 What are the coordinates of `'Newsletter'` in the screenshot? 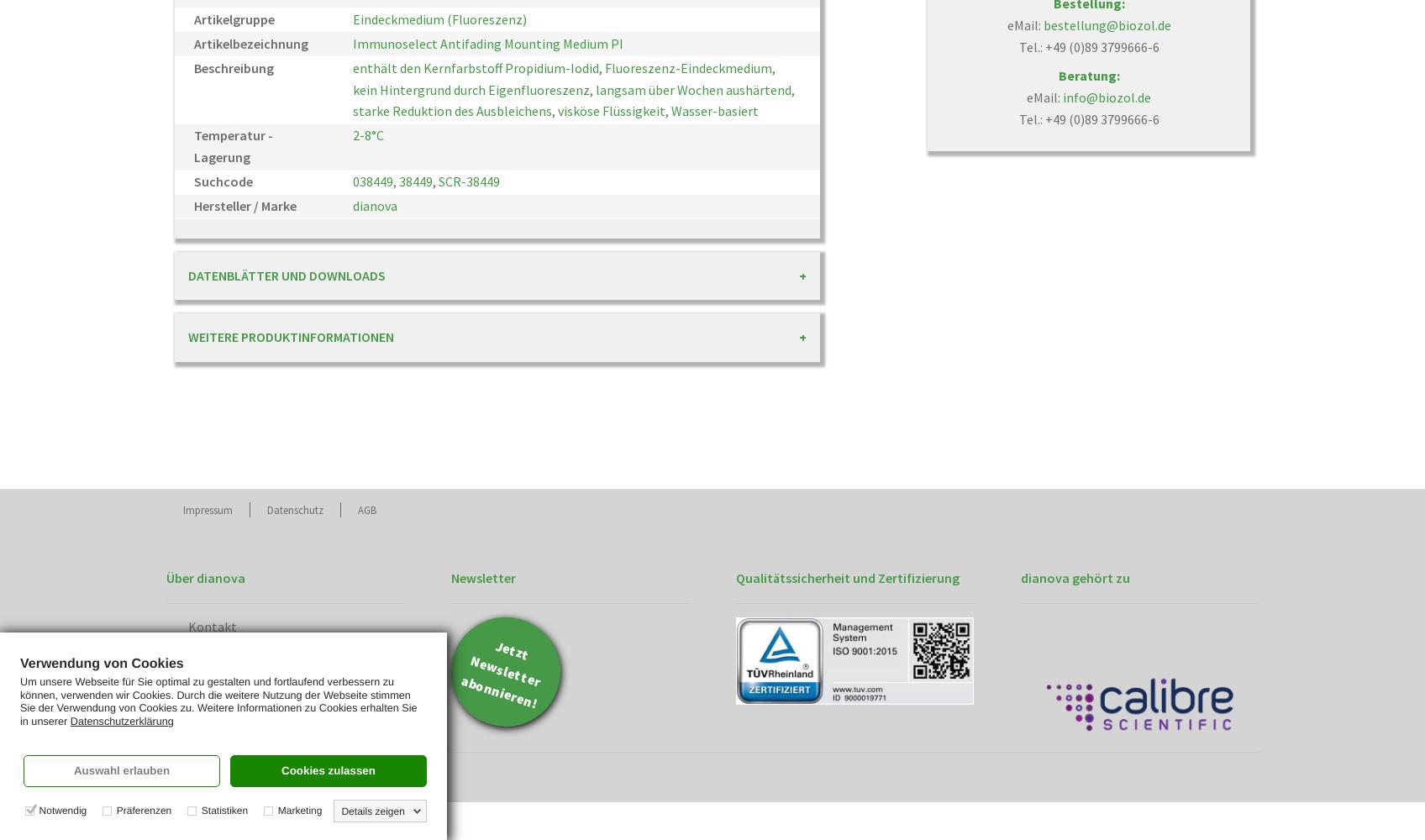 It's located at (483, 577).